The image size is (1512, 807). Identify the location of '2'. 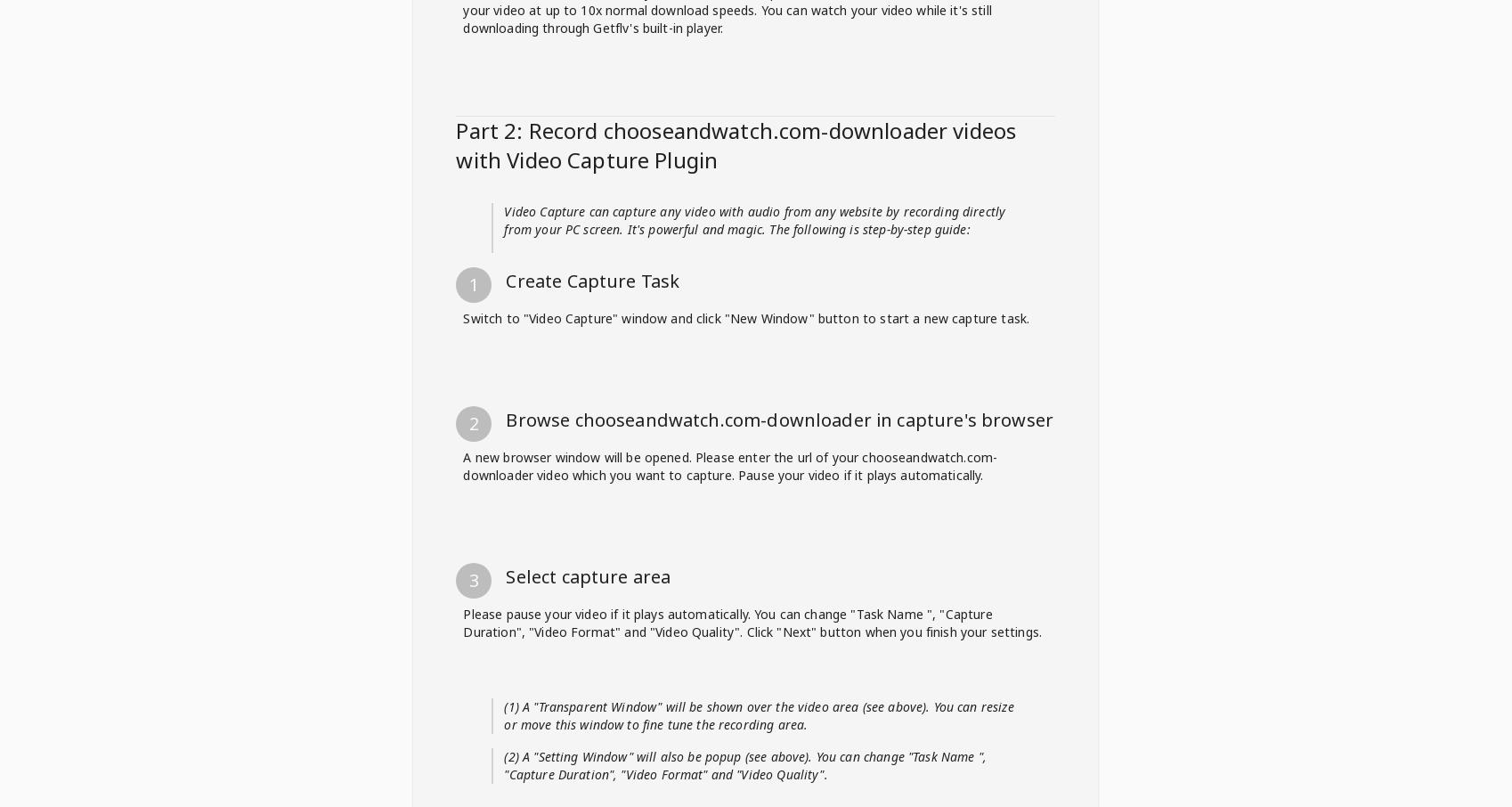
(473, 247).